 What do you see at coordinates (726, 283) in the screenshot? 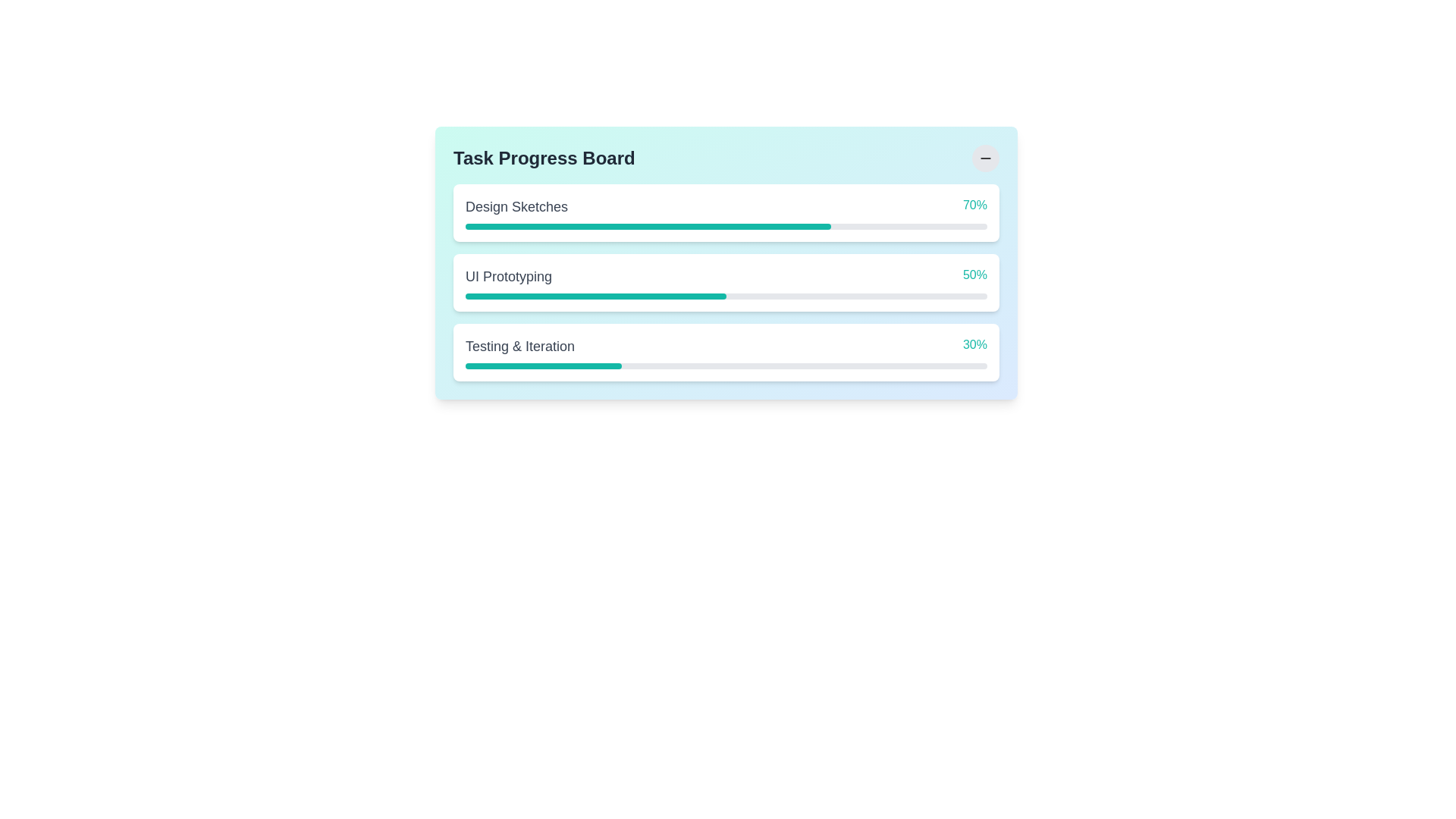
I see `the Progress Tracker titled 'UI Prototyping' which displays a completion percentage of 70%` at bounding box center [726, 283].